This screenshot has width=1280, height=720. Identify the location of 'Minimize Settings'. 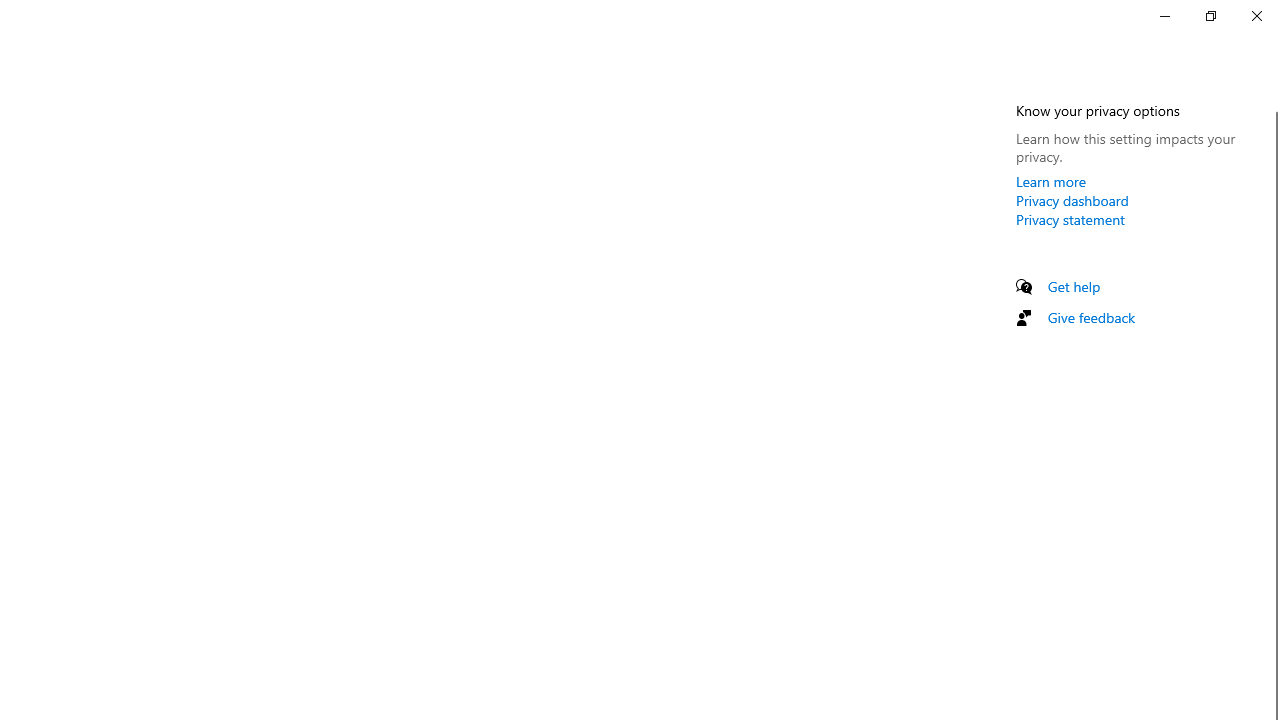
(1164, 15).